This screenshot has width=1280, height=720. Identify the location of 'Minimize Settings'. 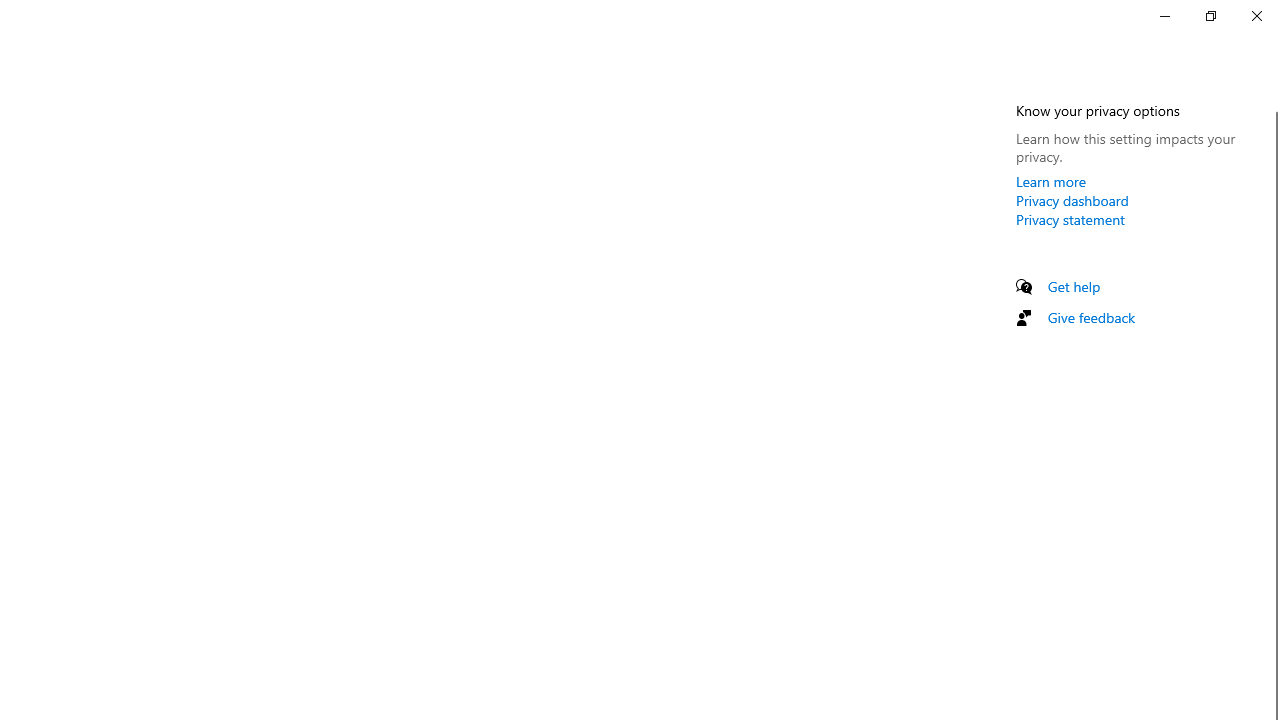
(1164, 15).